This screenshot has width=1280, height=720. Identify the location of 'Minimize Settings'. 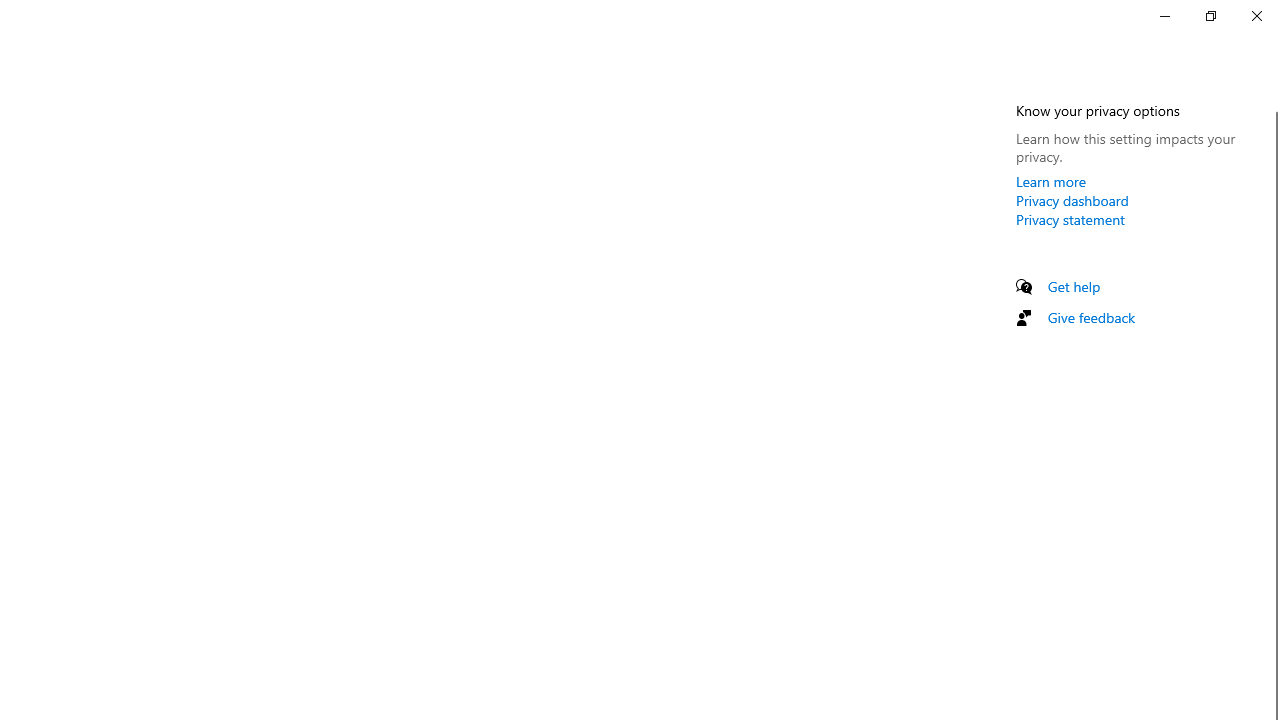
(1164, 15).